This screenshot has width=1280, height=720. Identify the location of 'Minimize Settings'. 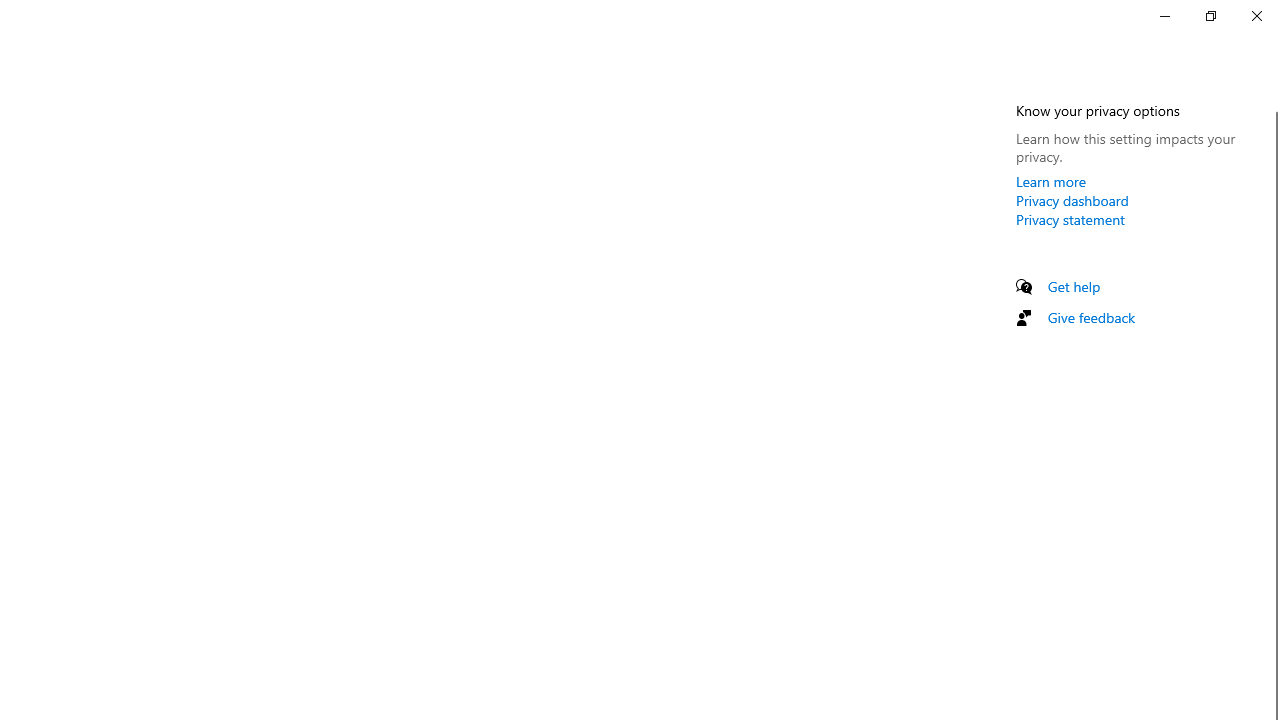
(1164, 15).